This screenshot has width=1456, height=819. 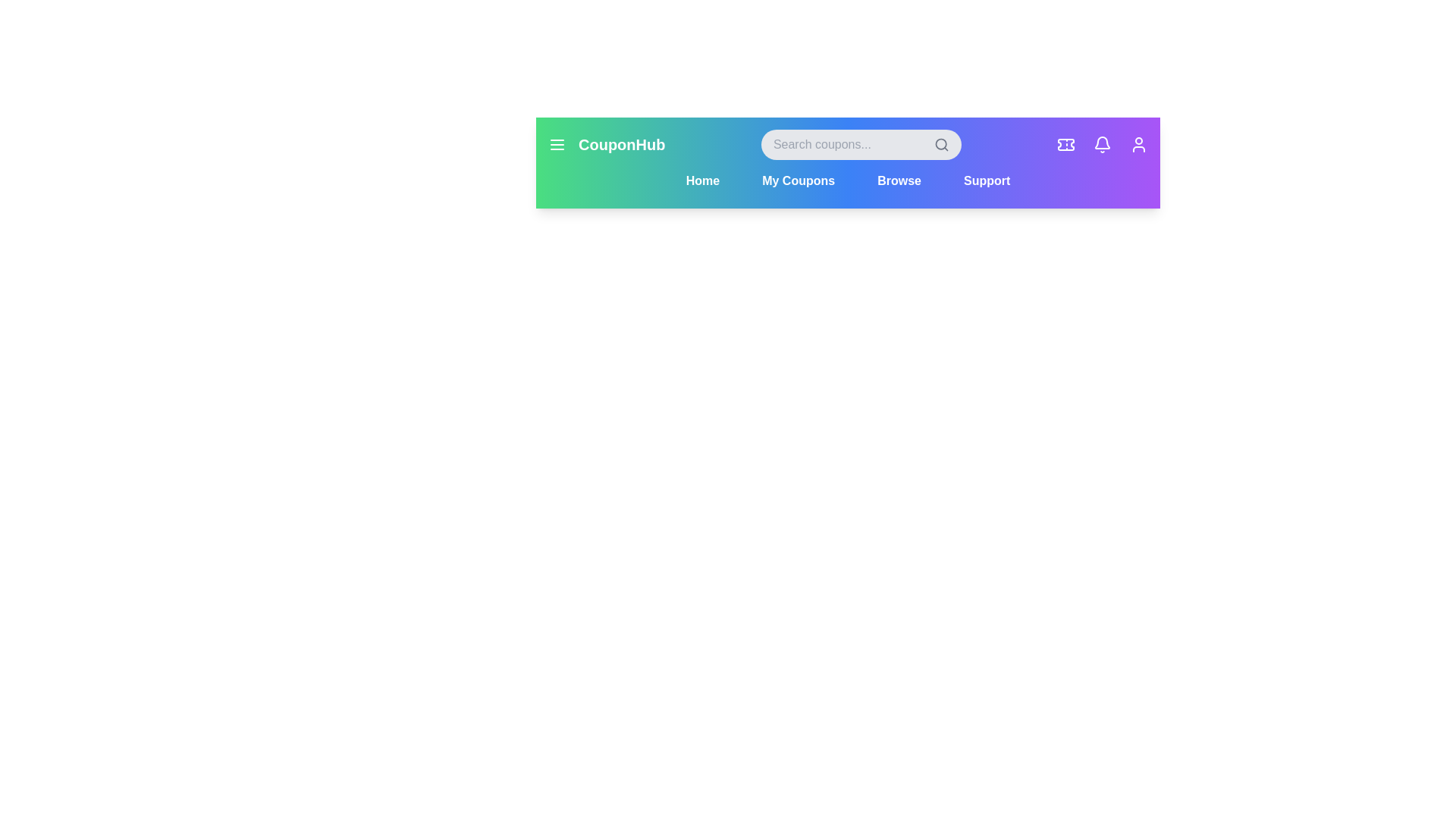 What do you see at coordinates (899, 180) in the screenshot?
I see `the navigation button labeled Browse` at bounding box center [899, 180].